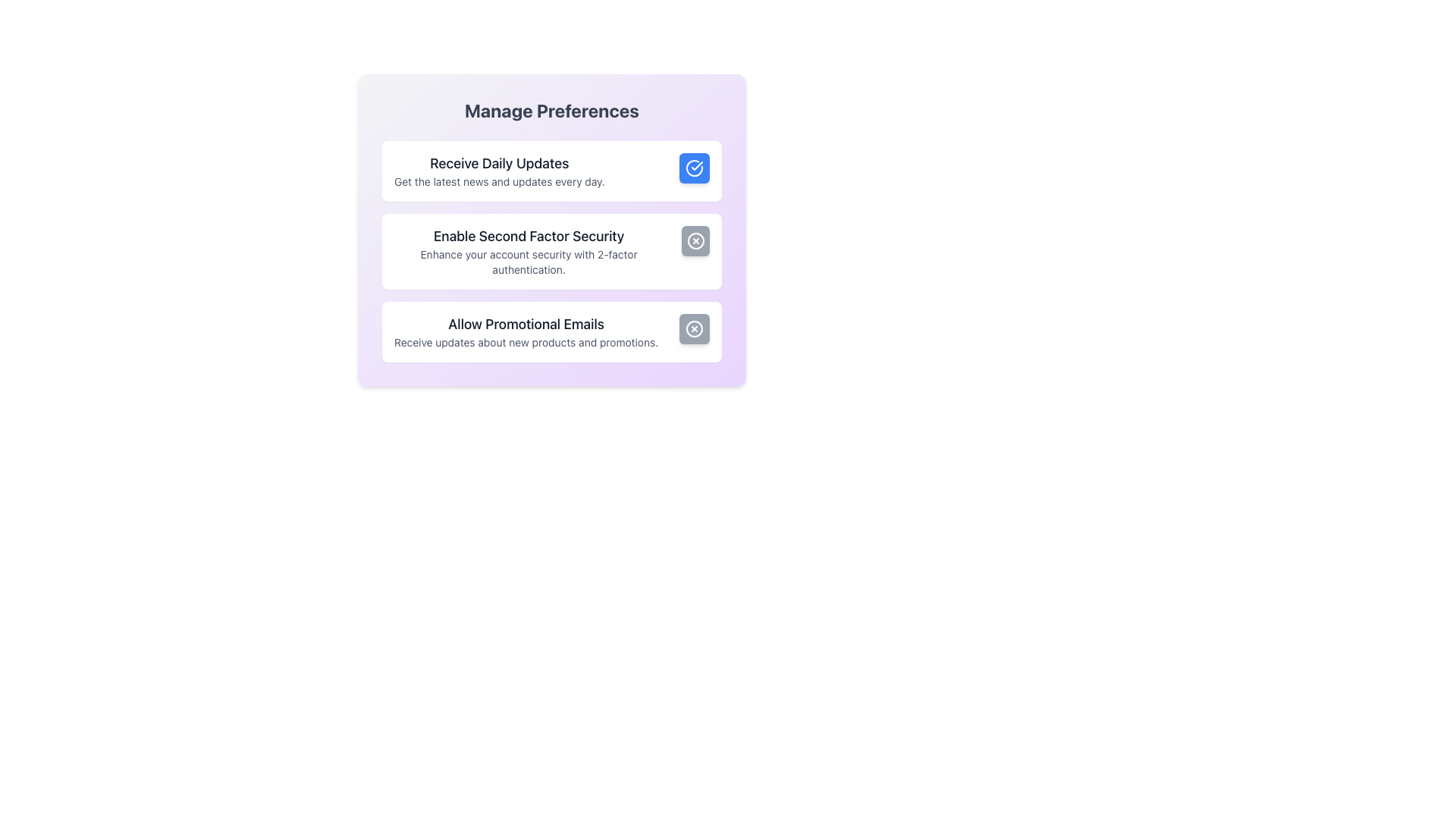 The width and height of the screenshot is (1456, 819). Describe the element at coordinates (526, 342) in the screenshot. I see `the text that reads 'Receive updates about new products and promotions.' located beneath the title 'Allow Promotional Emails'` at that location.